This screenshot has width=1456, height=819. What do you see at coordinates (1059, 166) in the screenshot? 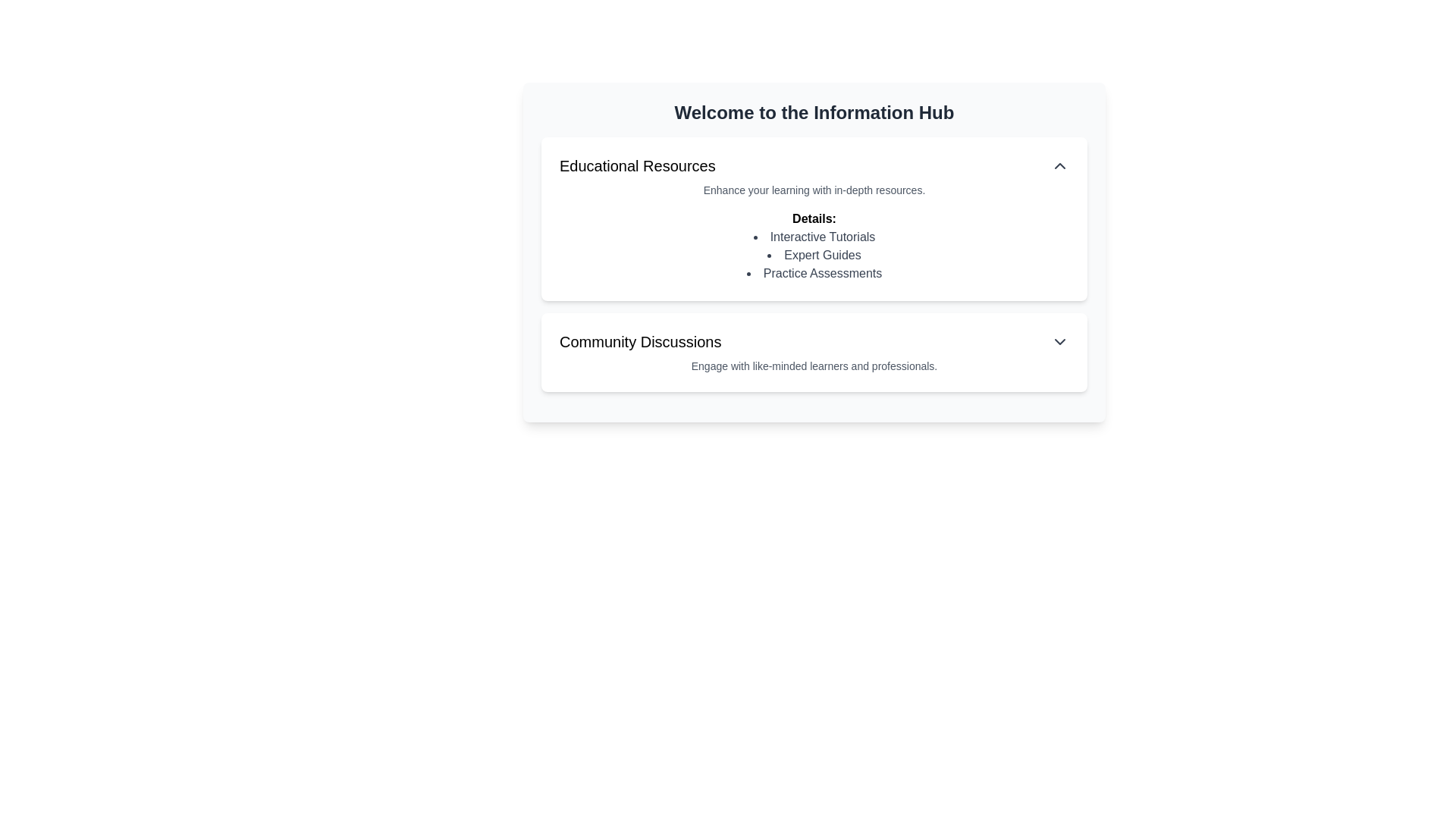
I see `the Chevron toggle button at the top-right corner of the 'Educational Resources' header` at bounding box center [1059, 166].